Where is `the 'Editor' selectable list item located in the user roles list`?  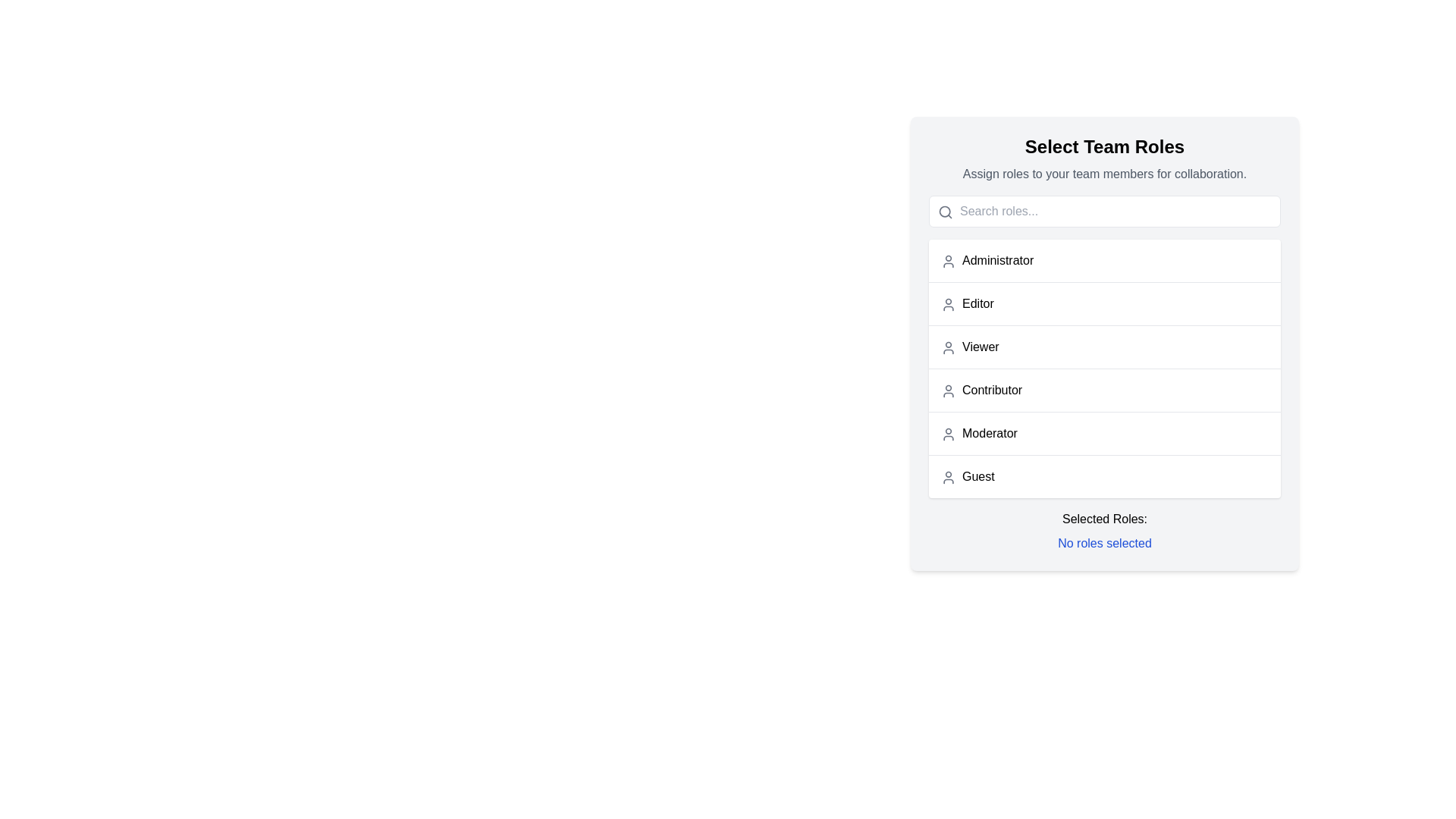 the 'Editor' selectable list item located in the user roles list is located at coordinates (1105, 303).